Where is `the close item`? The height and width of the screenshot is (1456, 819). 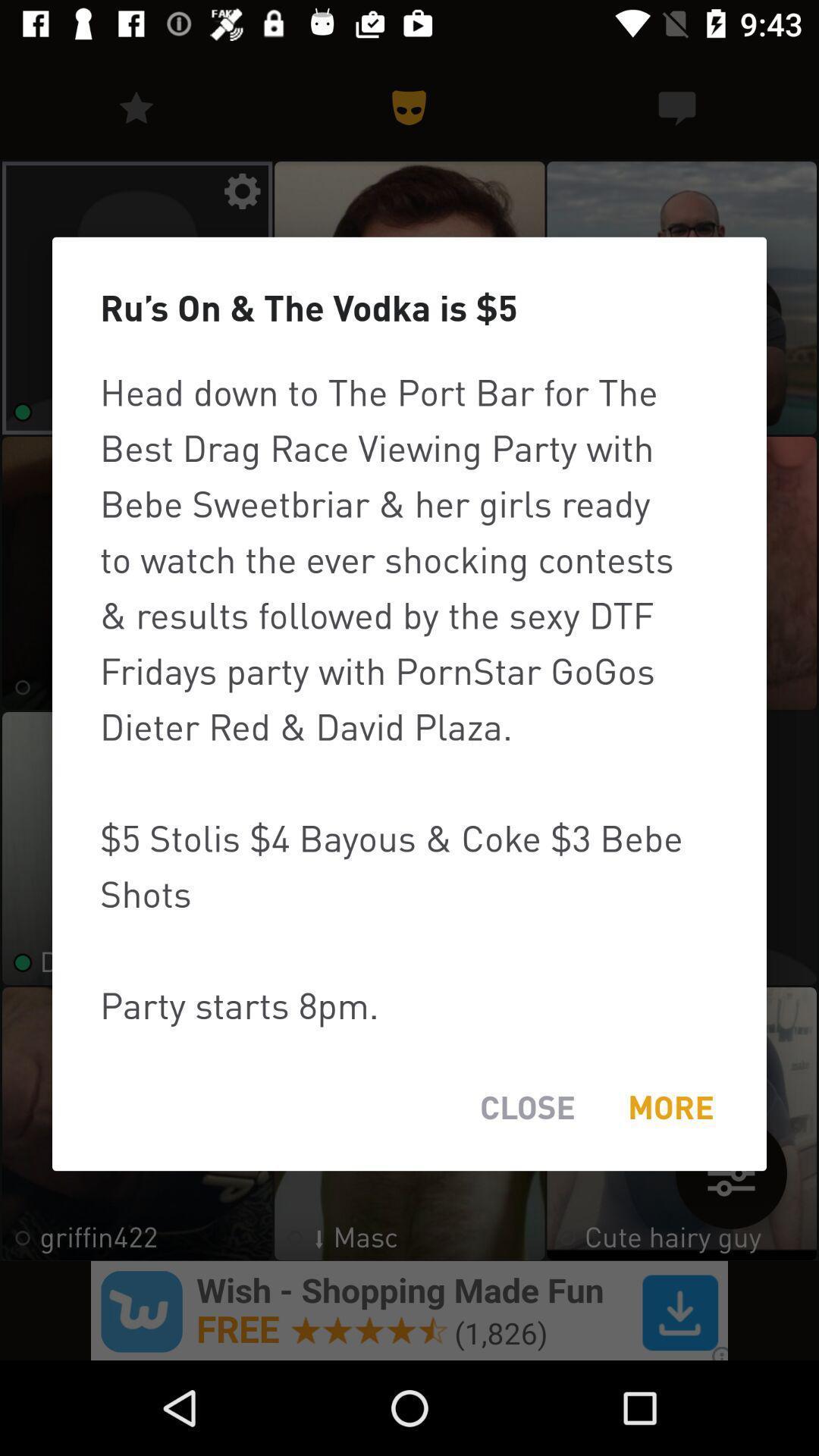 the close item is located at coordinates (526, 1107).